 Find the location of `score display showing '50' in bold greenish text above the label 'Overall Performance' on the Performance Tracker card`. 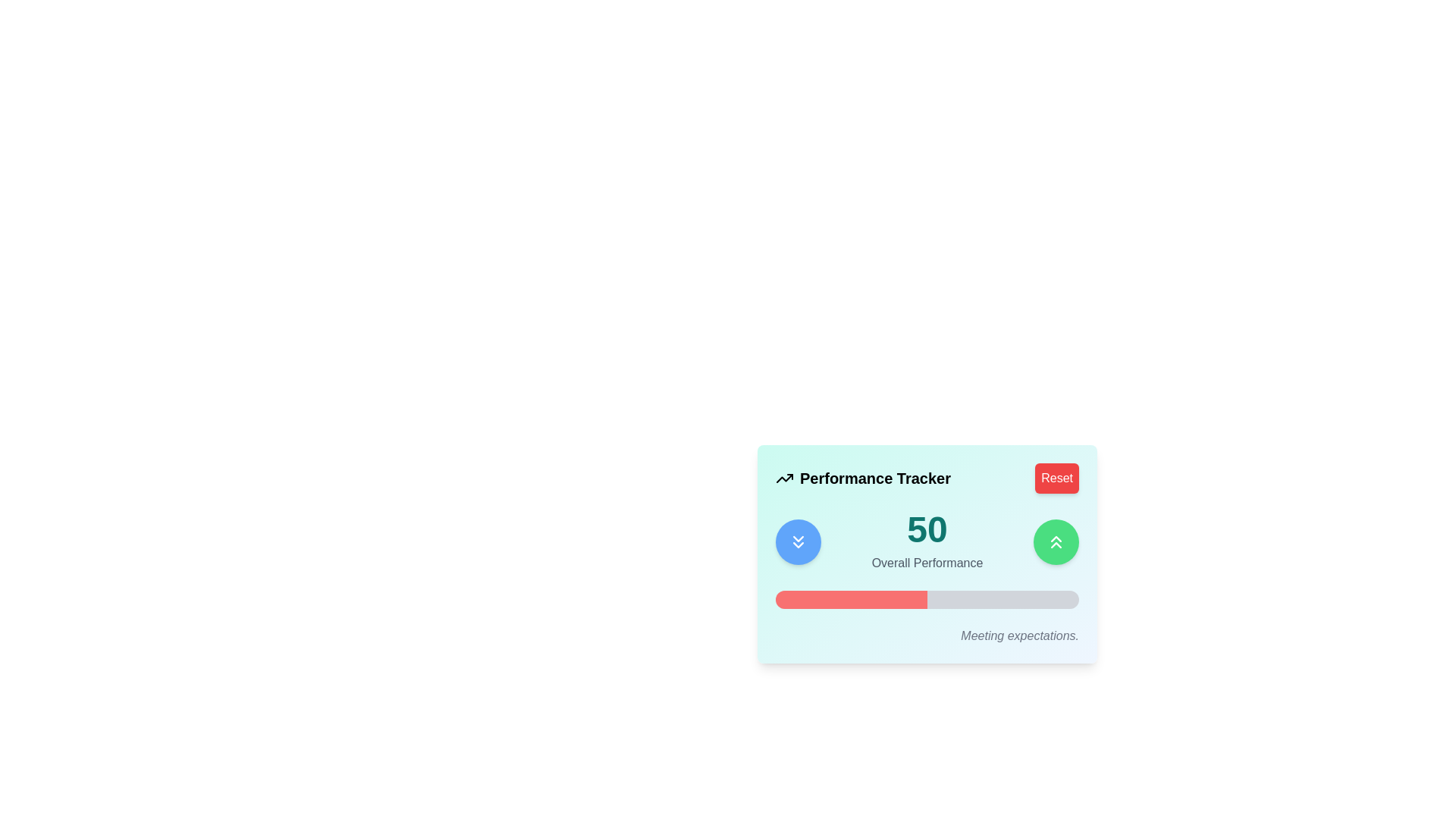

score display showing '50' in bold greenish text above the label 'Overall Performance' on the Performance Tracker card is located at coordinates (927, 541).